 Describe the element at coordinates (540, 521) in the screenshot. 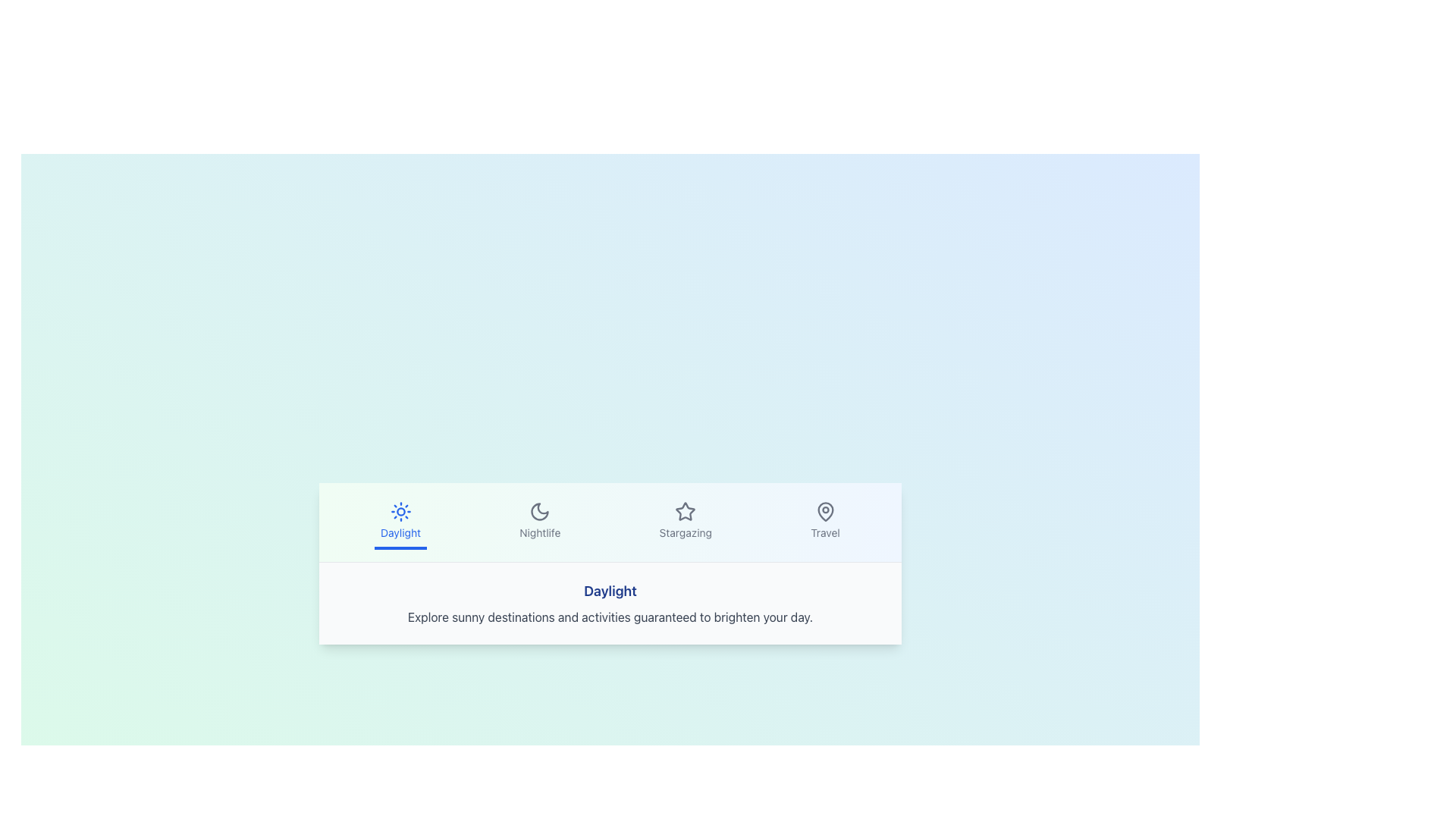

I see `the button labeled 'Nightlife', which features a crescent moon icon and is the second option in the sequence between 'Daylight' and 'Stargazing'` at that location.